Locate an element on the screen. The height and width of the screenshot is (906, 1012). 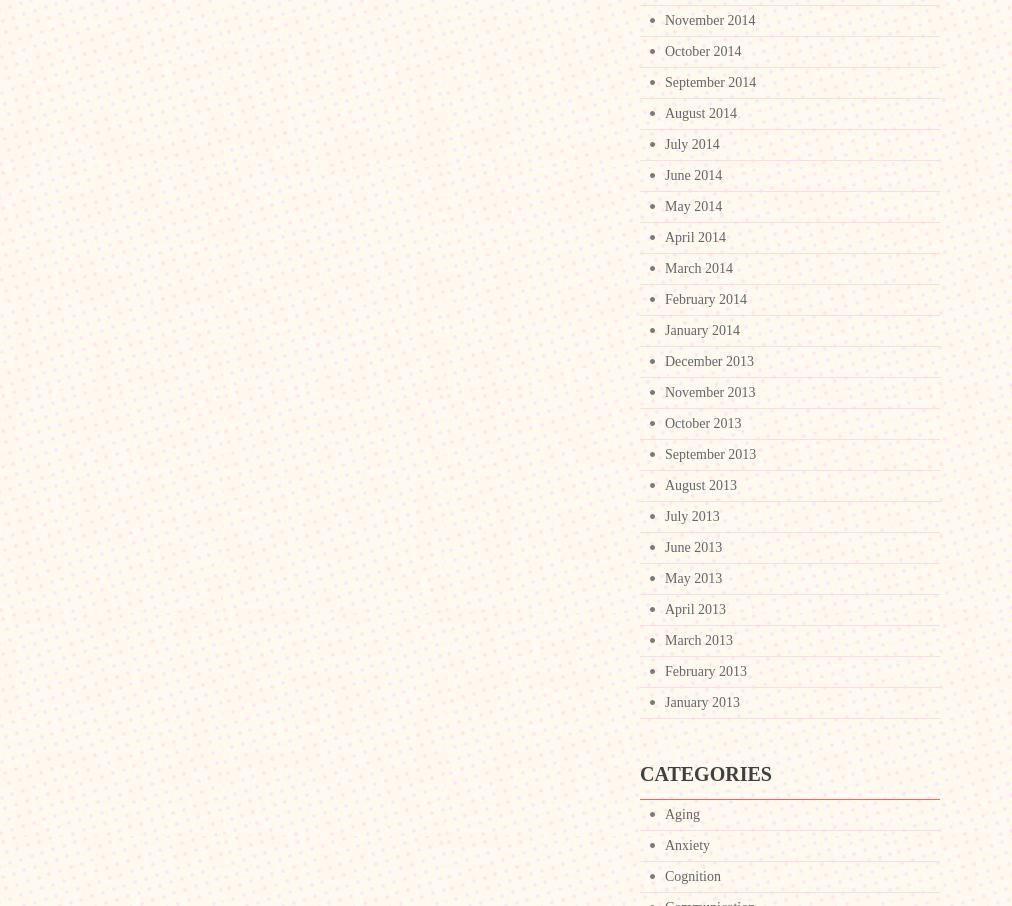
'Cognition' is located at coordinates (664, 876).